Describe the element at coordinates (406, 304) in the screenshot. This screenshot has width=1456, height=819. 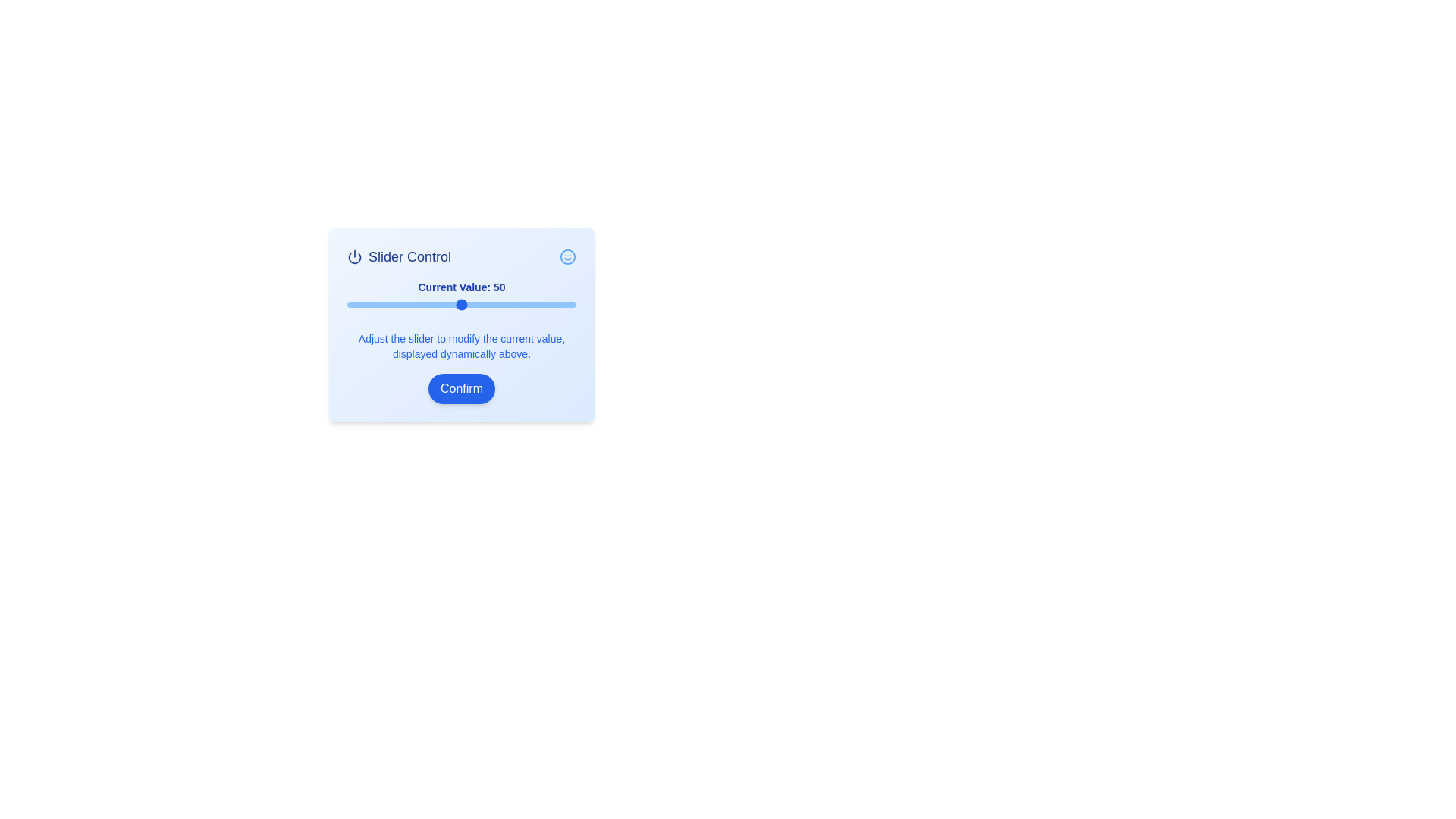
I see `the slider value` at that location.